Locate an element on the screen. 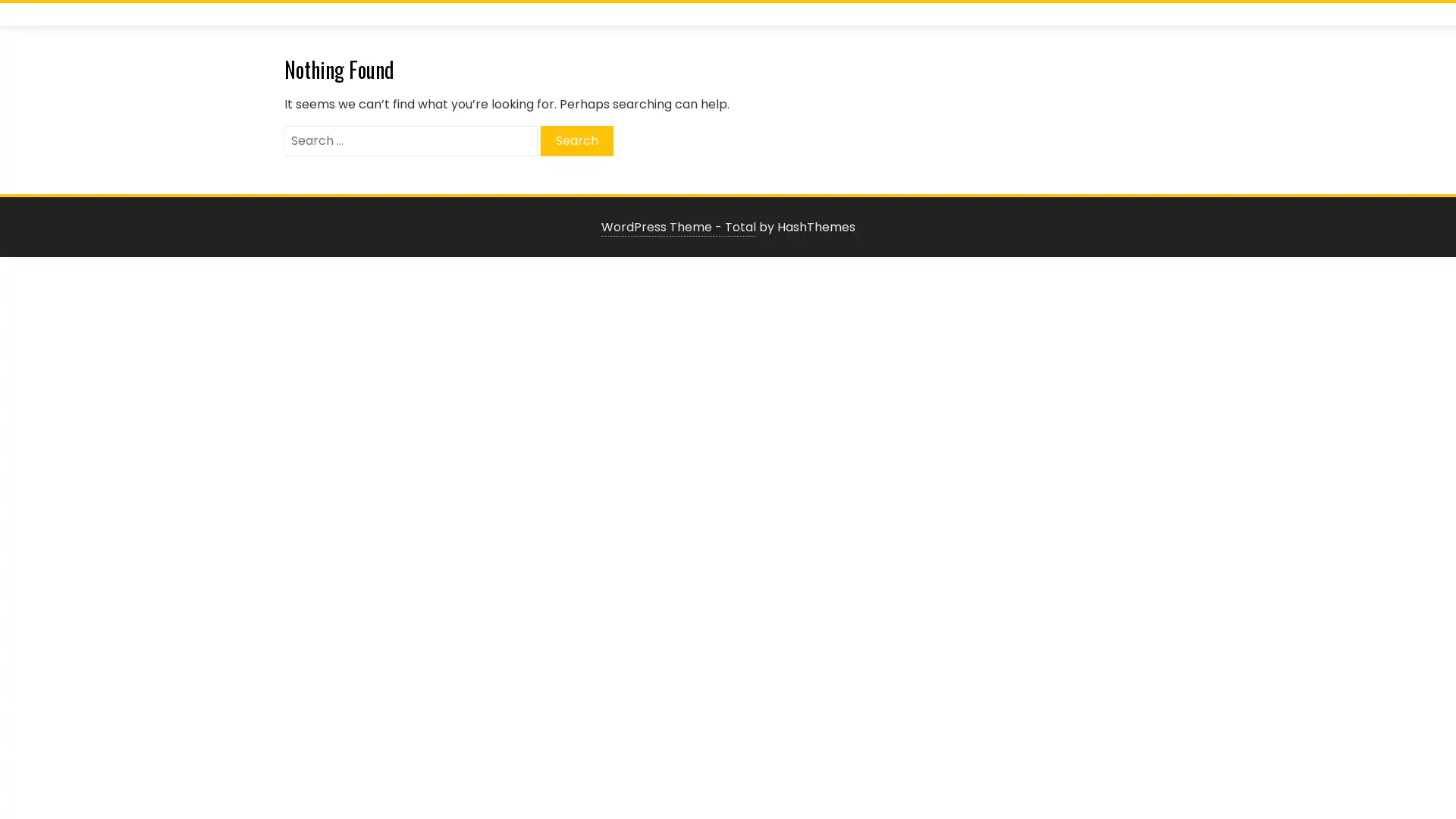 This screenshot has width=1456, height=819. Search is located at coordinates (576, 140).